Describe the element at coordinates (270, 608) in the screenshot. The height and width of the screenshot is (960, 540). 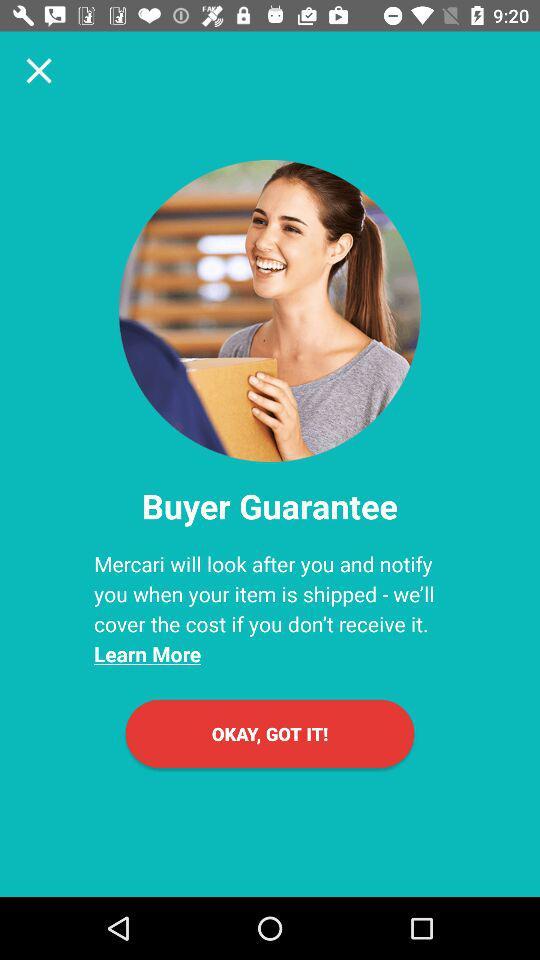
I see `icon above the okay, got it!` at that location.